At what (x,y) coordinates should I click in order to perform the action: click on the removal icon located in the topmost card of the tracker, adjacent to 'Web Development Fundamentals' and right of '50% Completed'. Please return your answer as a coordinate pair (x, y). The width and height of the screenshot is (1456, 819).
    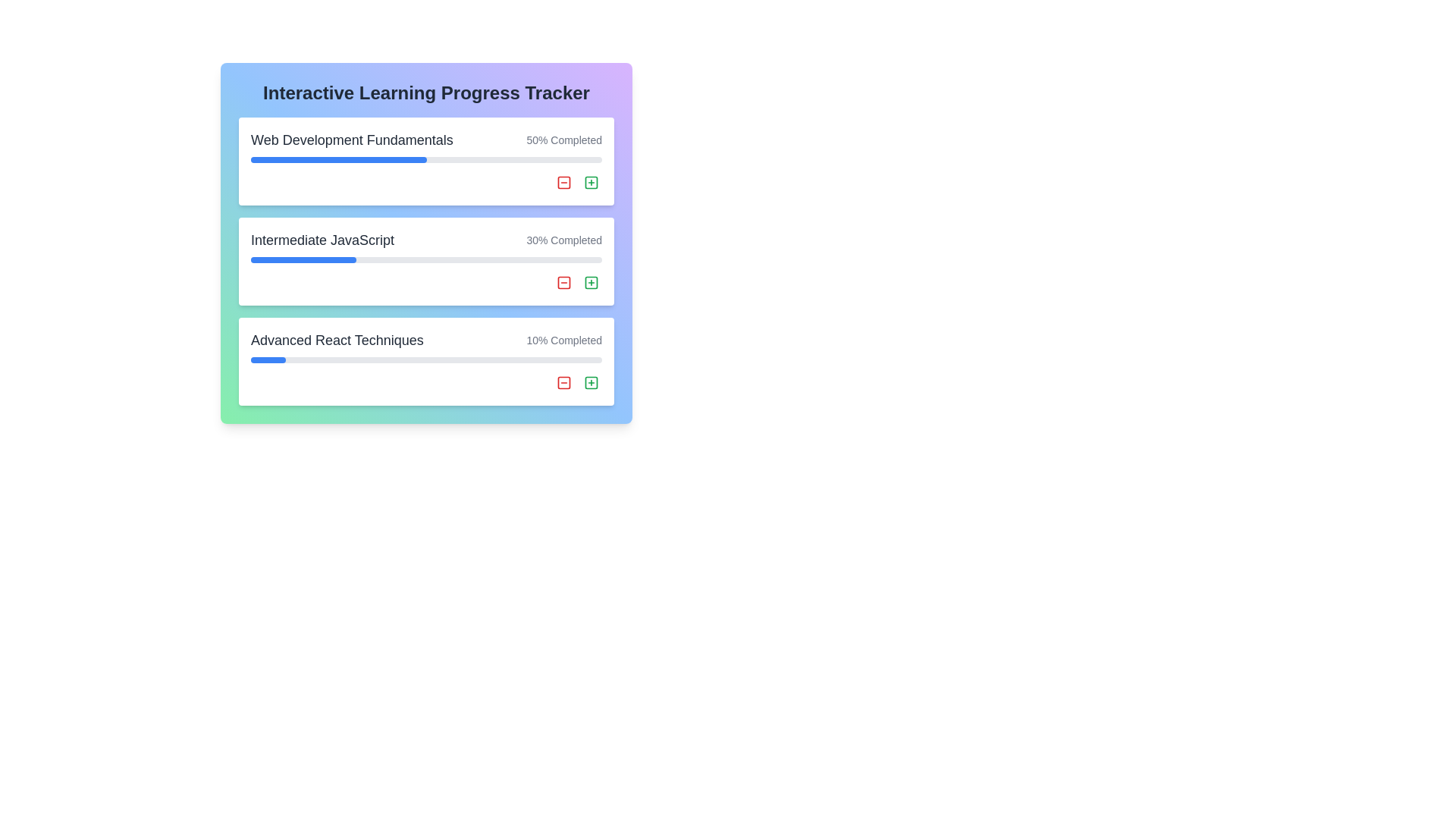
    Looking at the image, I should click on (563, 181).